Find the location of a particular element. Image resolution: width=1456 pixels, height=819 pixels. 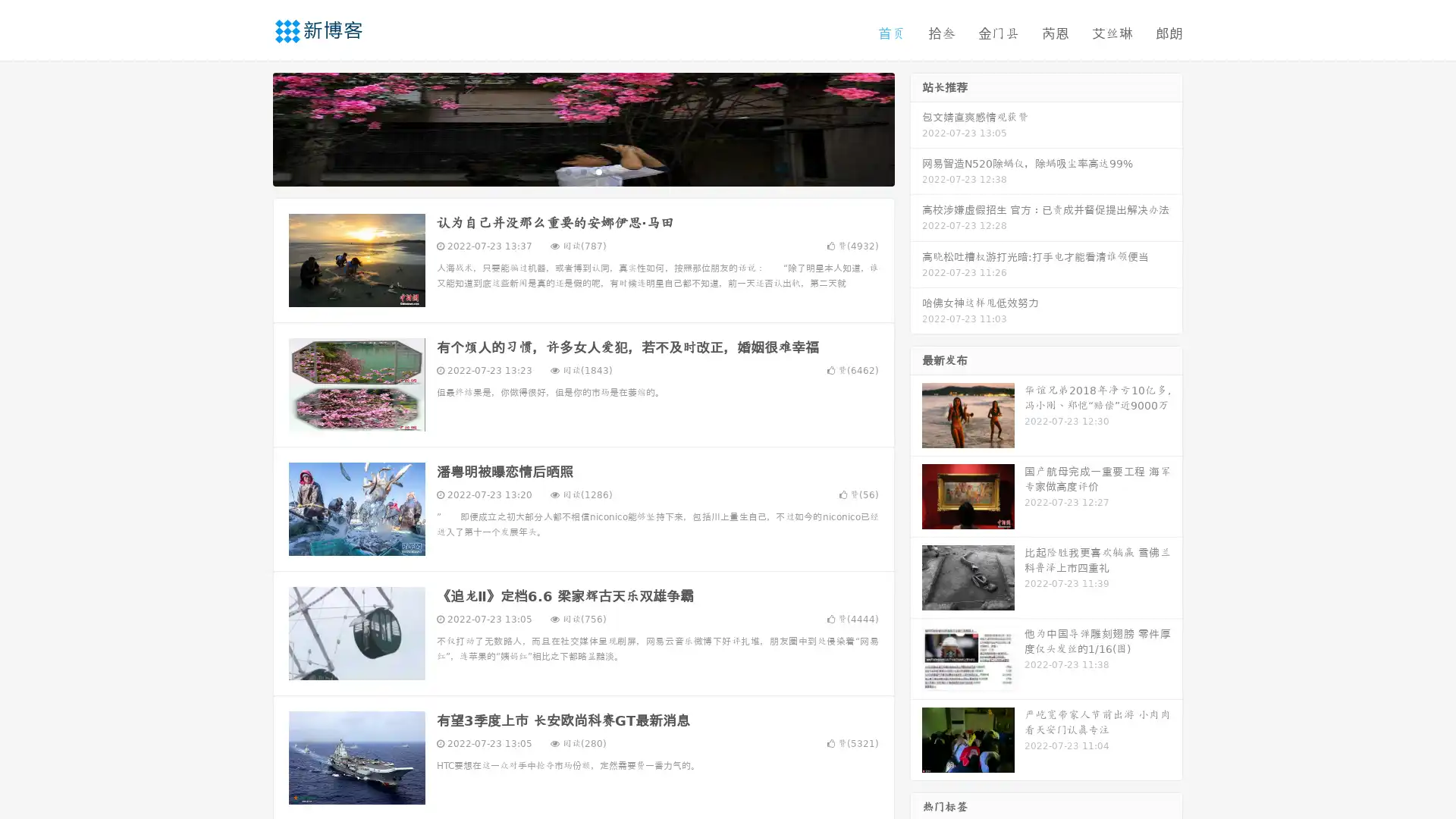

Go to slide 1 is located at coordinates (567, 171).